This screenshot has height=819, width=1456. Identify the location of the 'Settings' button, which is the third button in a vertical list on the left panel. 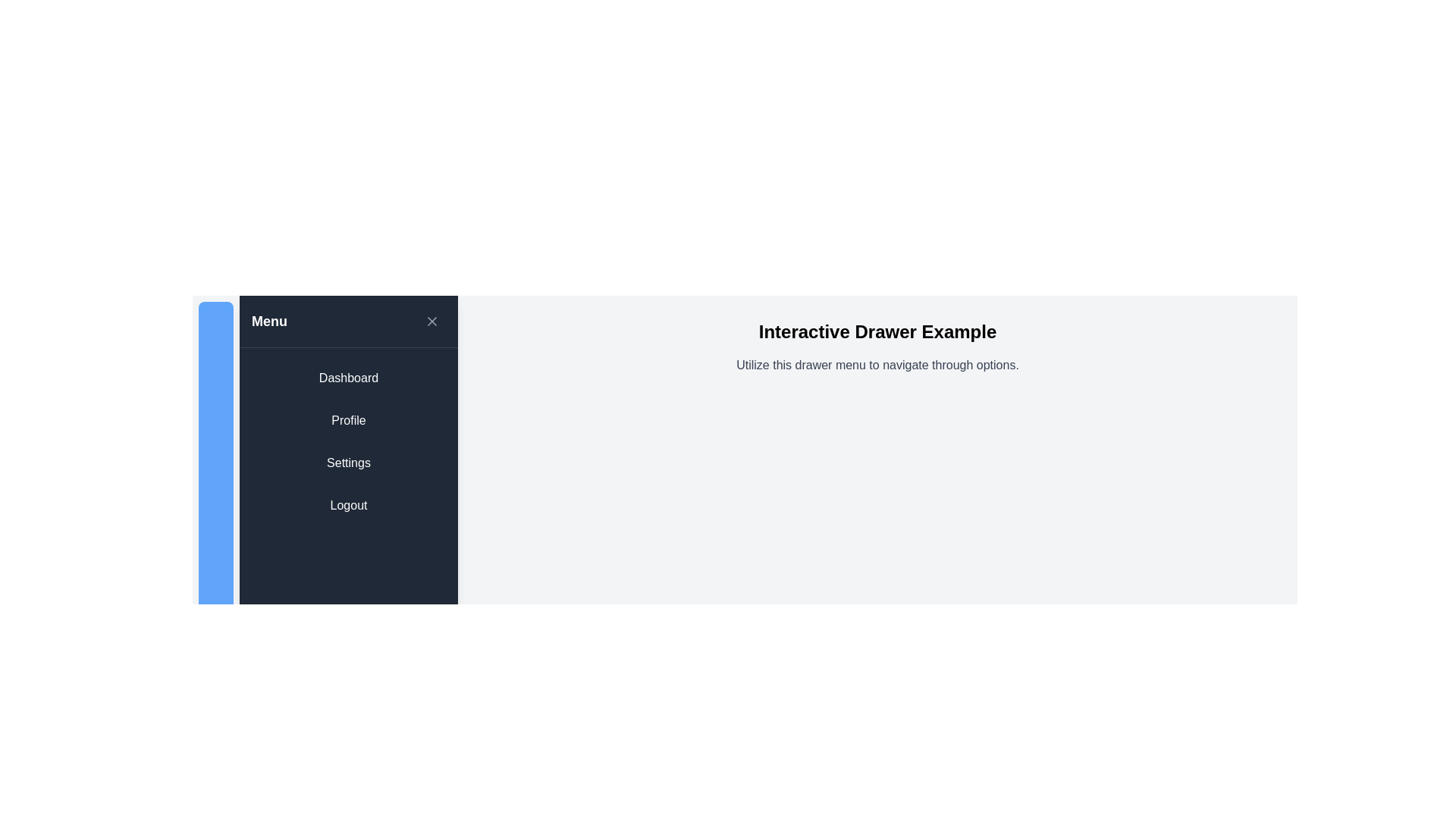
(348, 462).